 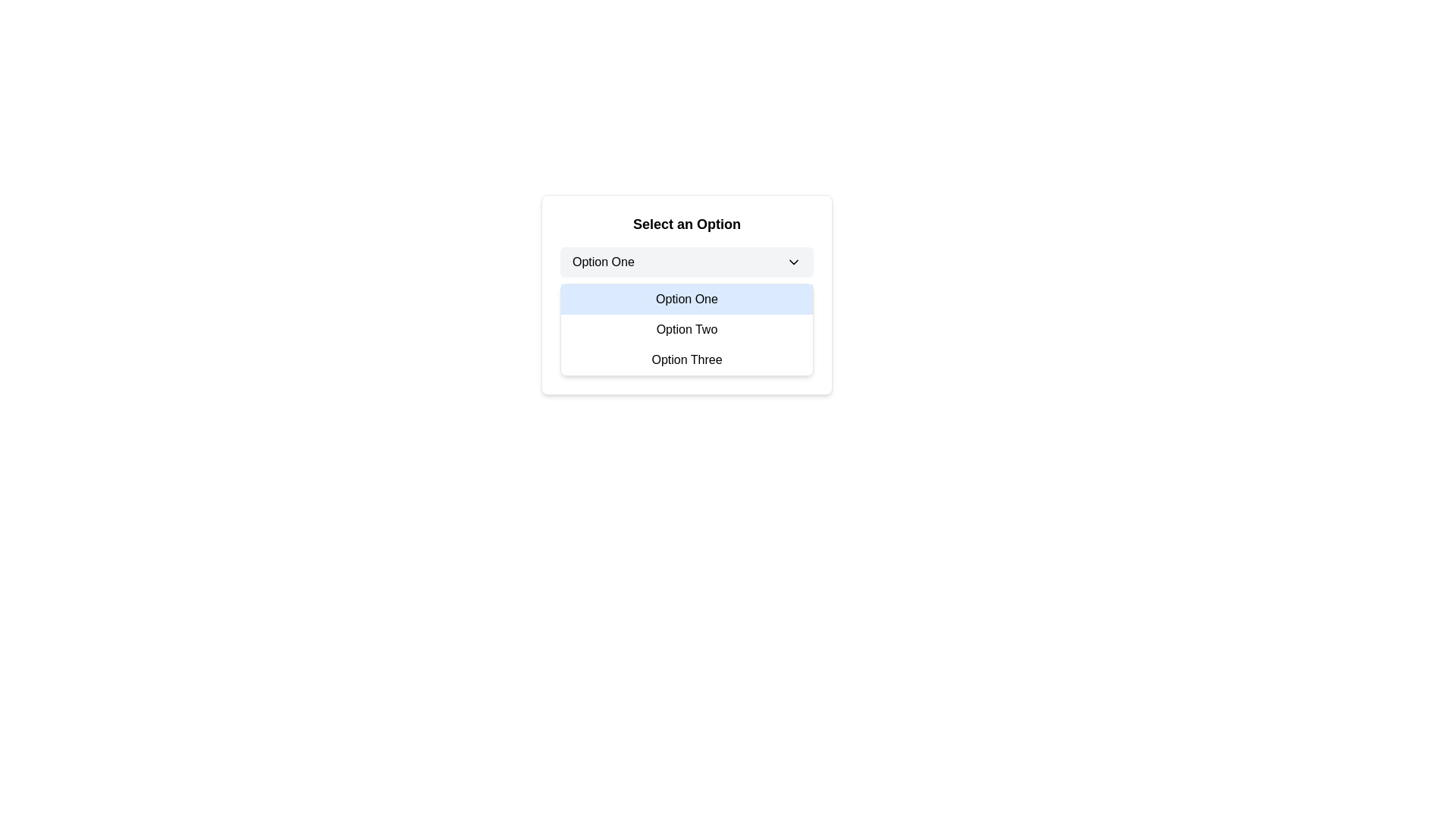 What do you see at coordinates (686, 329) in the screenshot?
I see `the second option in the dropdown list` at bounding box center [686, 329].